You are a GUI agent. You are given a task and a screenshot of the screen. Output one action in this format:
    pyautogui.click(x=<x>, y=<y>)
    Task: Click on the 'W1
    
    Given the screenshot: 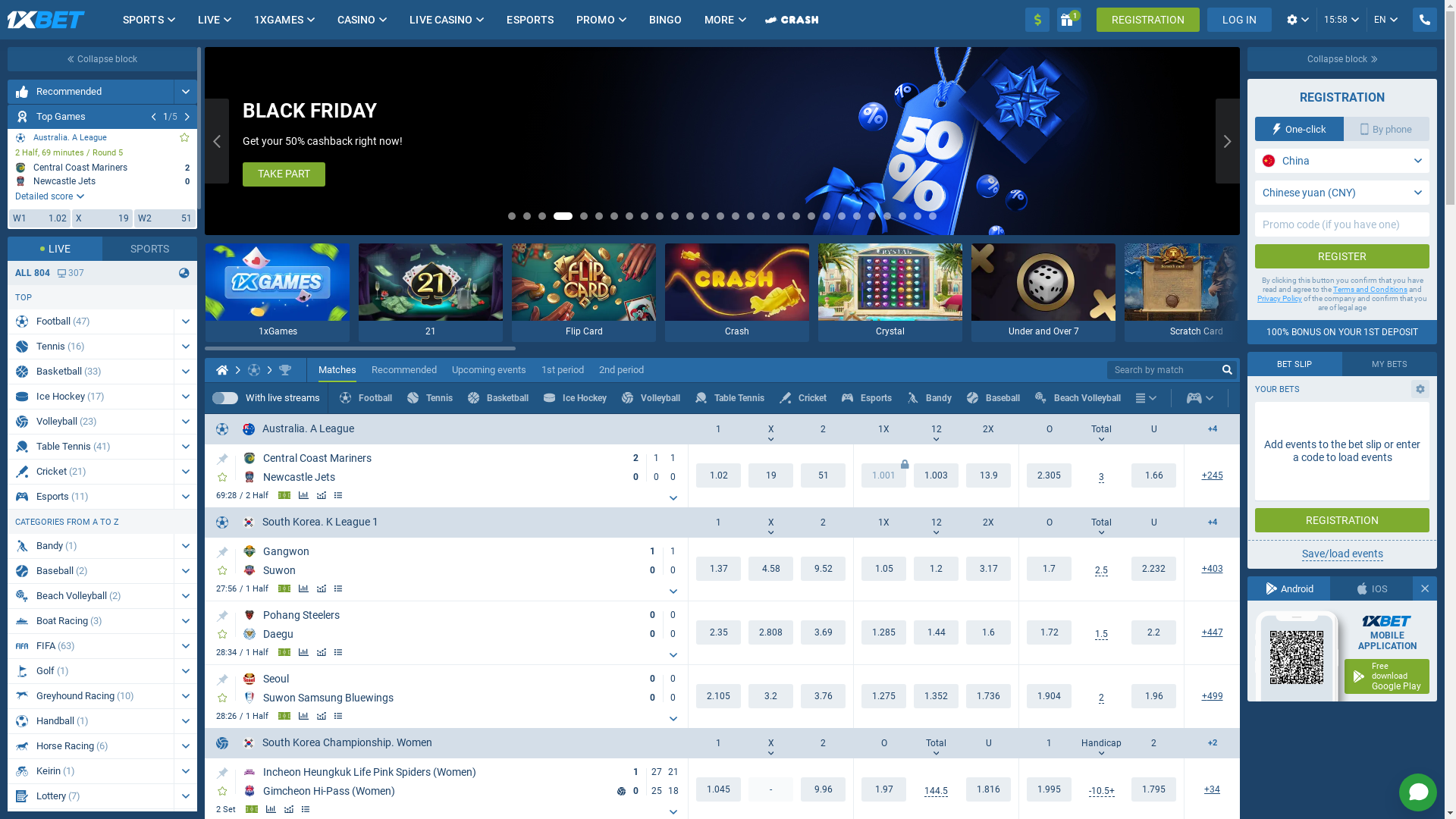 What is the action you would take?
    pyautogui.click(x=39, y=218)
    